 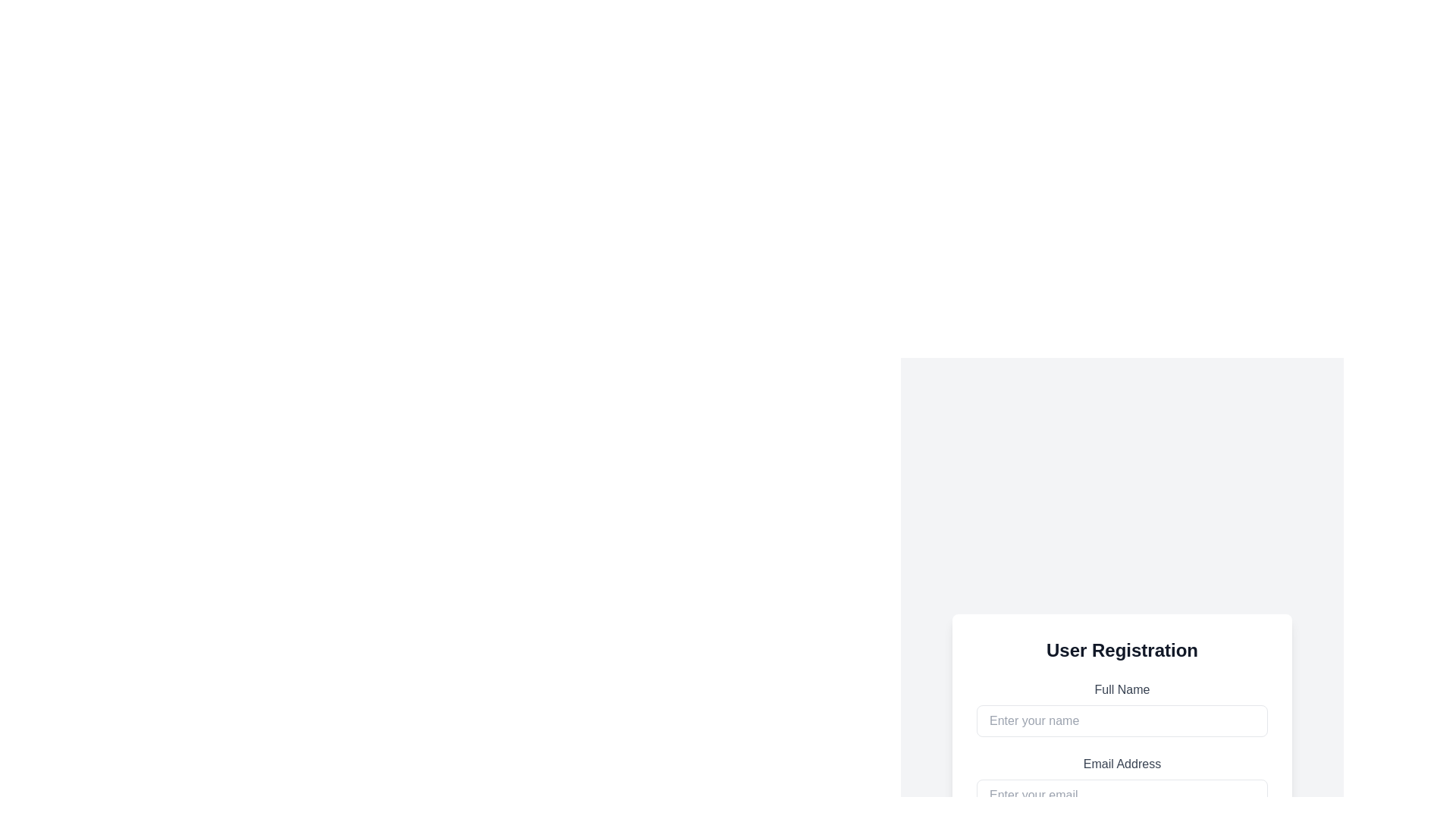 I want to click on the 'Full Name' text label element, which is a gray sans-serif font label above the input field in the user registration form, so click(x=1122, y=690).